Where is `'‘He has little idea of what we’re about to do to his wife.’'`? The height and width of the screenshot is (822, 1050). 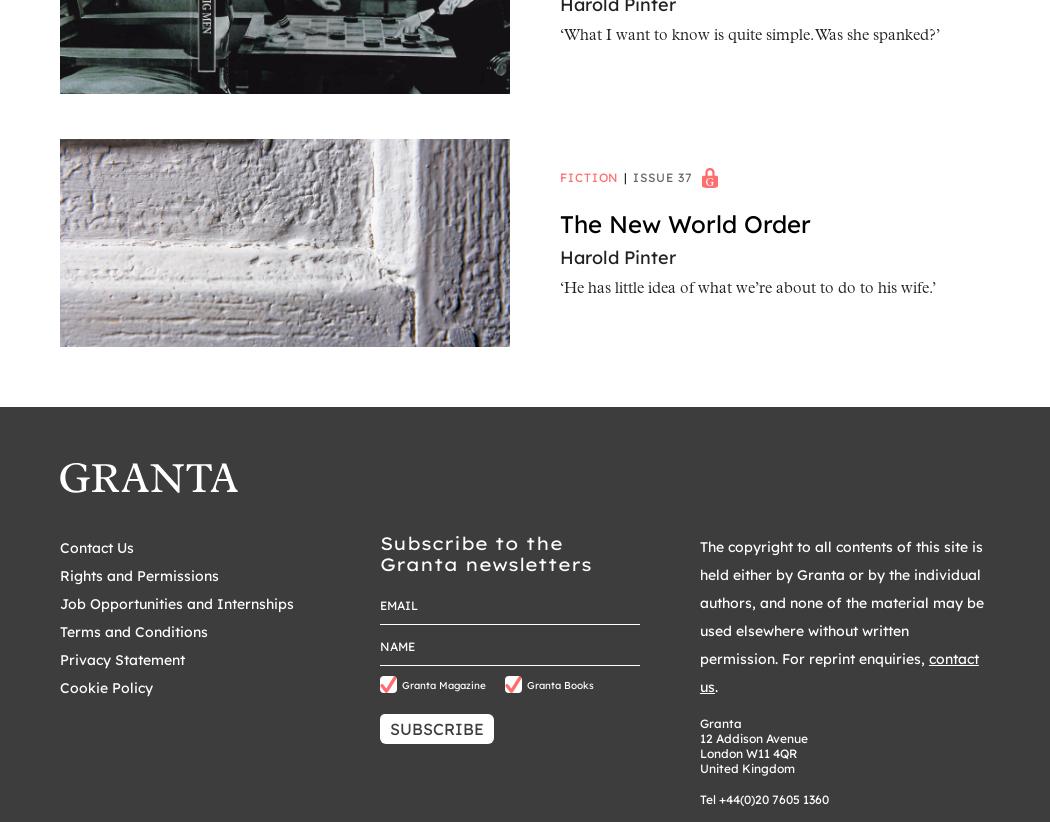 '‘He has little idea of what we’re about to do to his wife.’' is located at coordinates (559, 290).